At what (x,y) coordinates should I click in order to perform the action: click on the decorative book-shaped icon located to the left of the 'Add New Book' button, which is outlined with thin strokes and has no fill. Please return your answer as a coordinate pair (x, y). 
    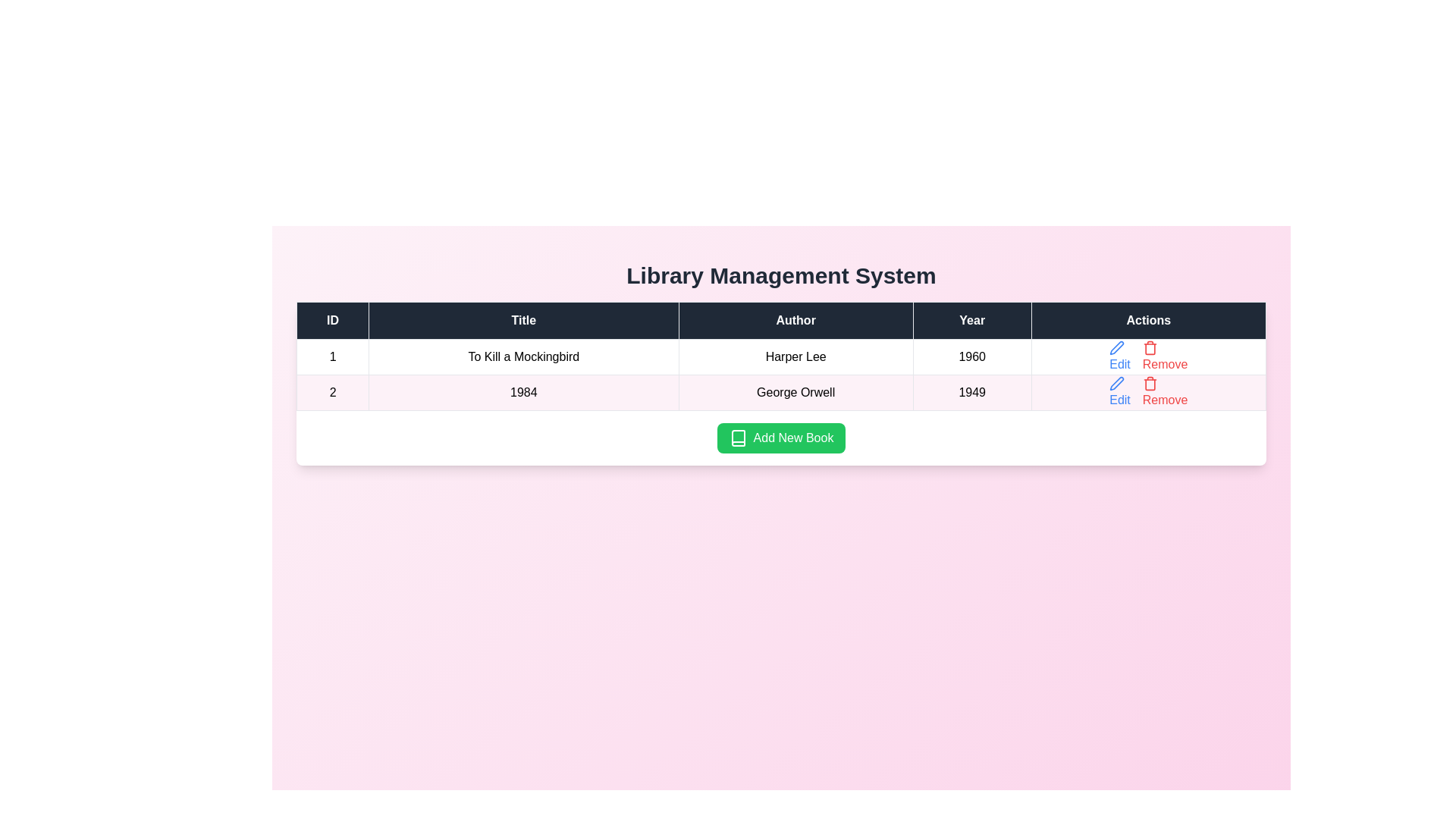
    Looking at the image, I should click on (738, 438).